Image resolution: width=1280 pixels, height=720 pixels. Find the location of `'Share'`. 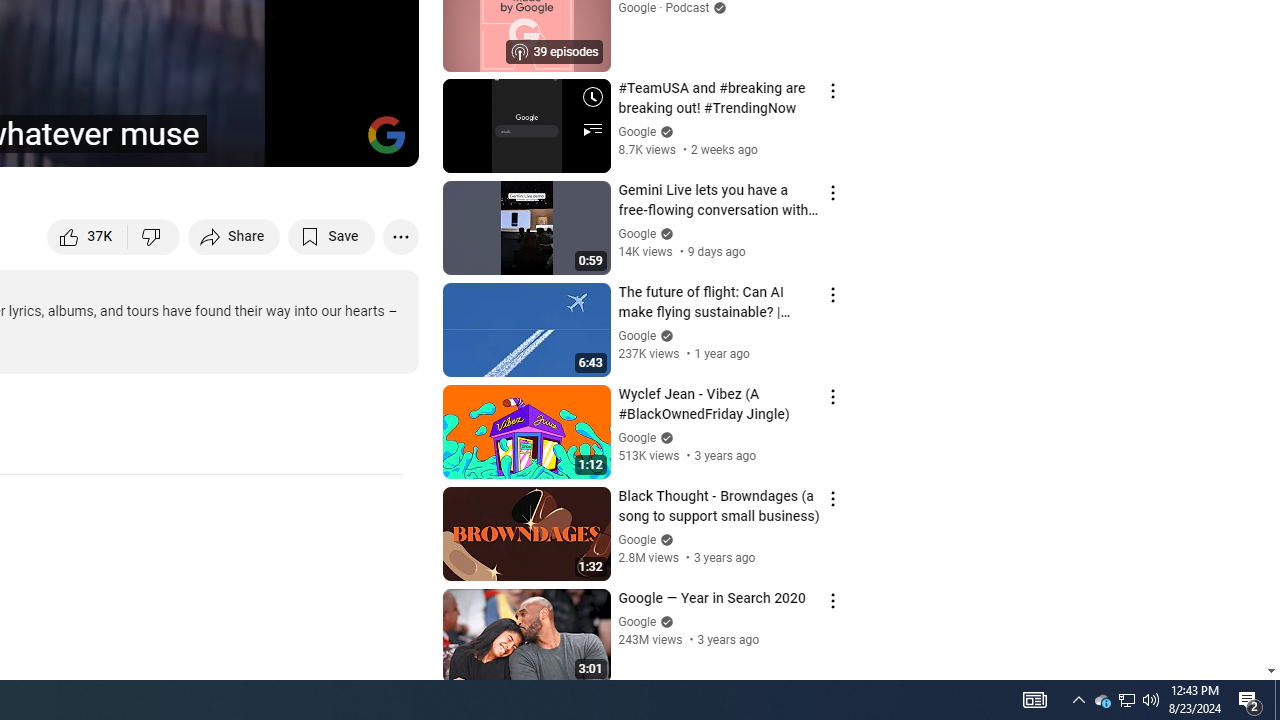

'Share' is located at coordinates (234, 235).